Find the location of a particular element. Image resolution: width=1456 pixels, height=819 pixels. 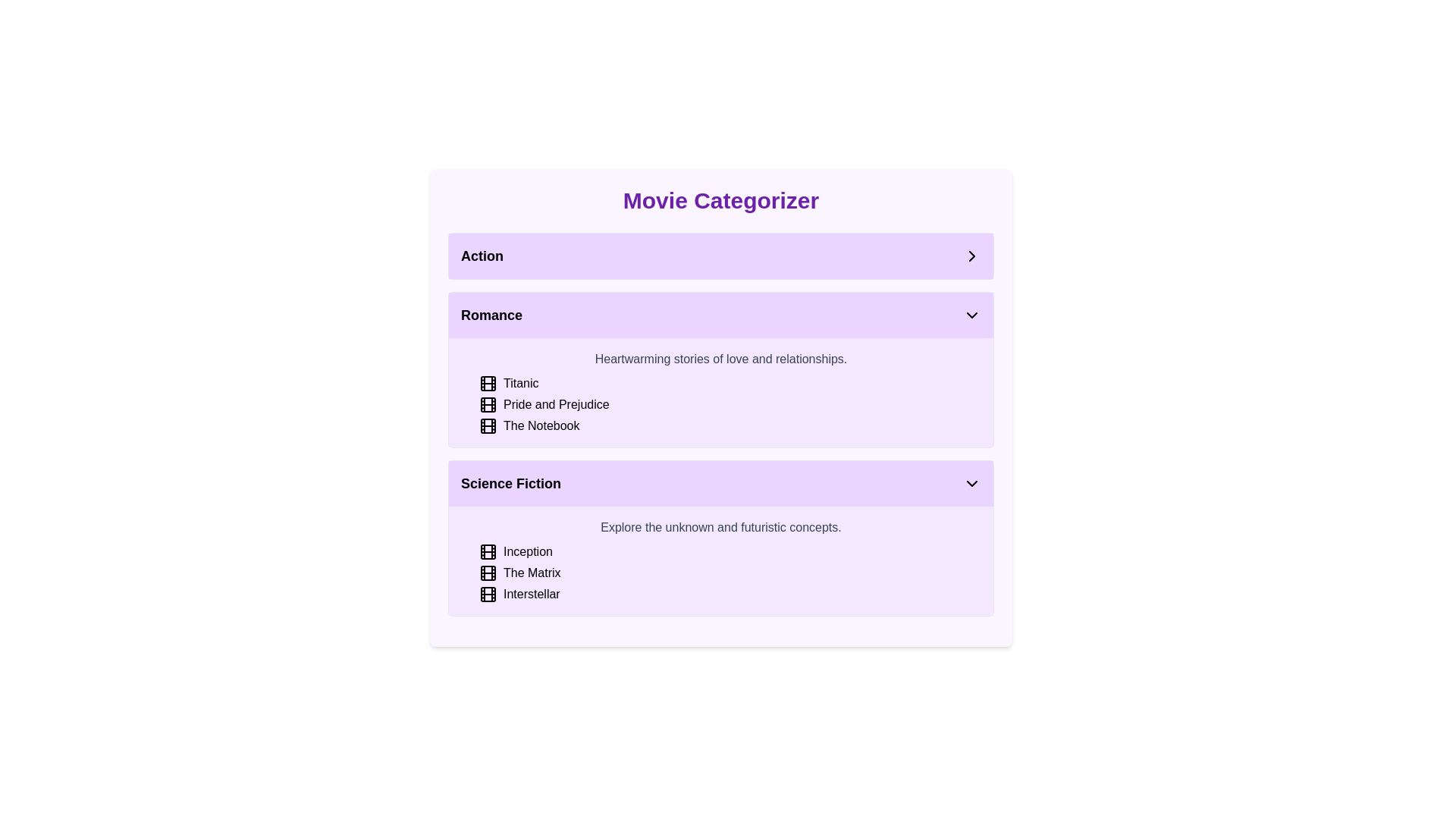

the list item representing the movie 'The Matrix' in the 'Science Fiction' category is located at coordinates (730, 573).